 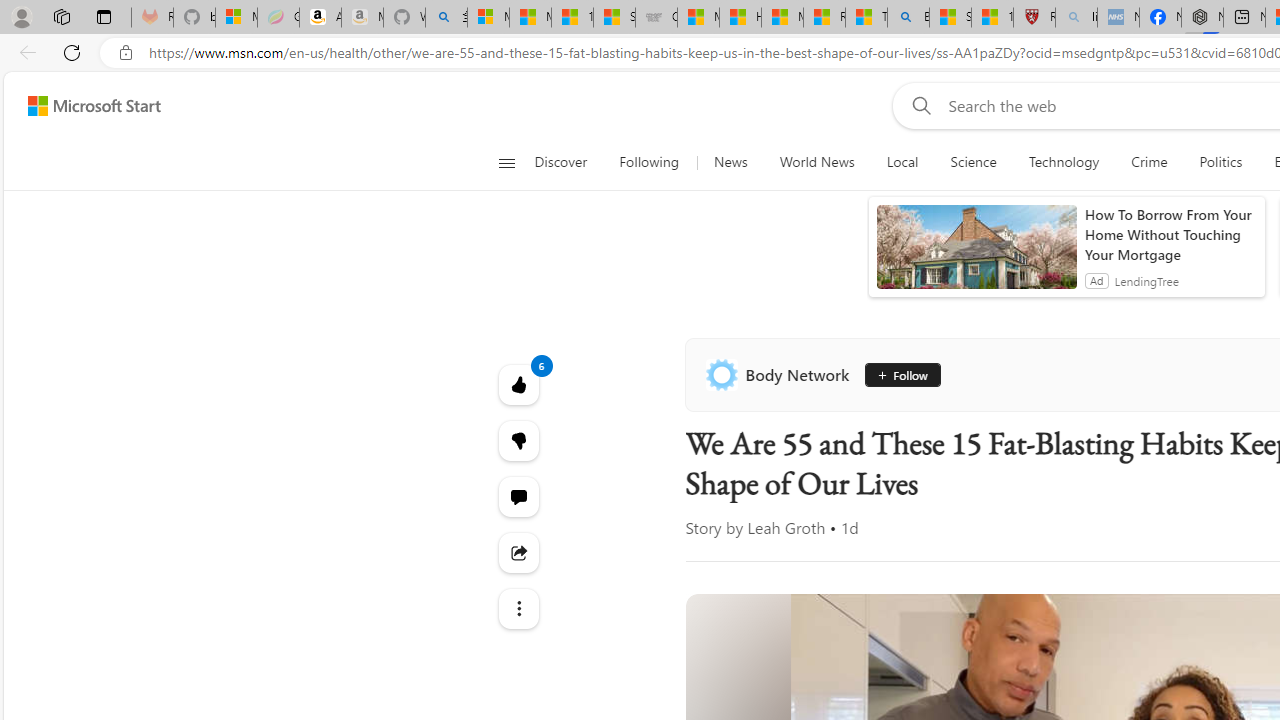 What do you see at coordinates (1146, 280) in the screenshot?
I see `'LendingTree'` at bounding box center [1146, 280].